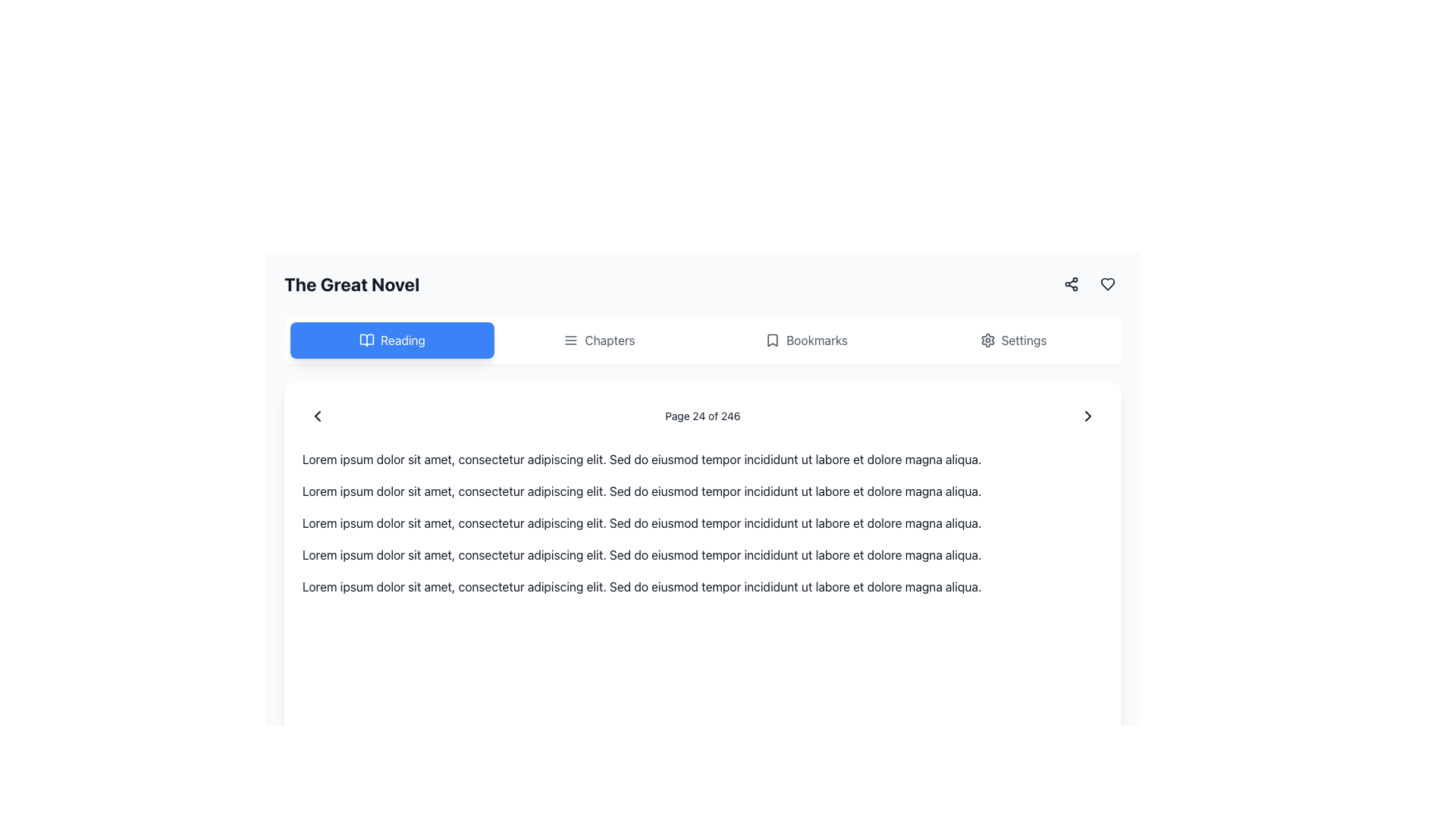 The width and height of the screenshot is (1456, 819). What do you see at coordinates (1087, 416) in the screenshot?
I see `the 'Next Page' button with an embedded icon located at the far right of the horizontal navigation bar` at bounding box center [1087, 416].